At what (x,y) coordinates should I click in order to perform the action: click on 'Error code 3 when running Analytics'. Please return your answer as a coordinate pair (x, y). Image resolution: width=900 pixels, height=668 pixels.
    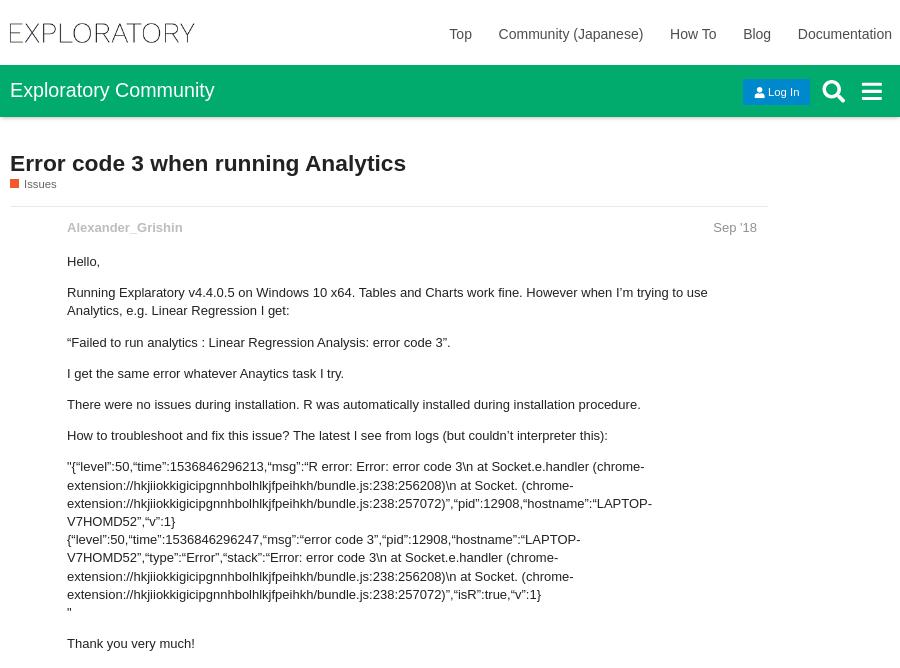
    Looking at the image, I should click on (207, 160).